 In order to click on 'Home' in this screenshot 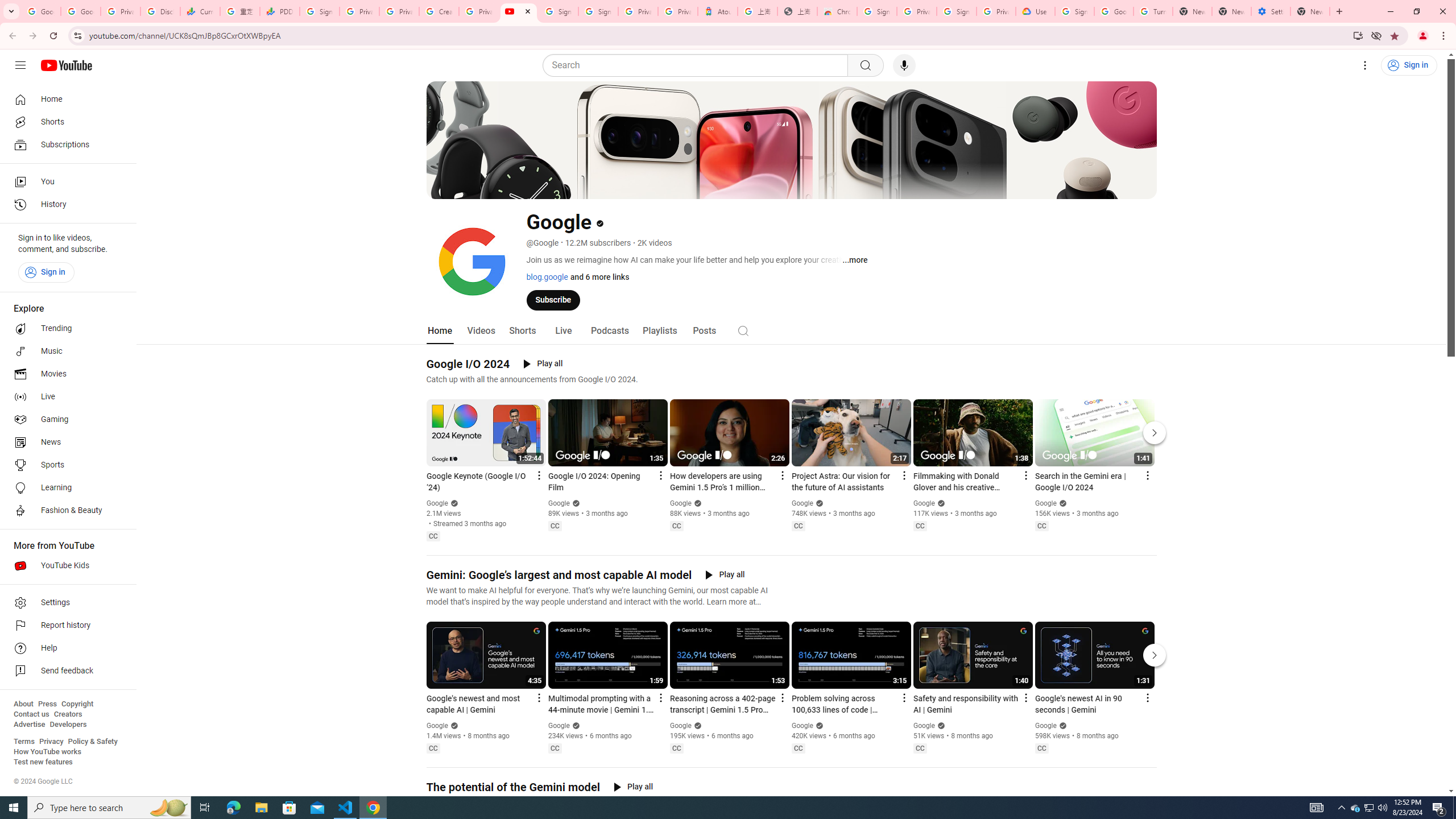, I will do `click(64, 98)`.